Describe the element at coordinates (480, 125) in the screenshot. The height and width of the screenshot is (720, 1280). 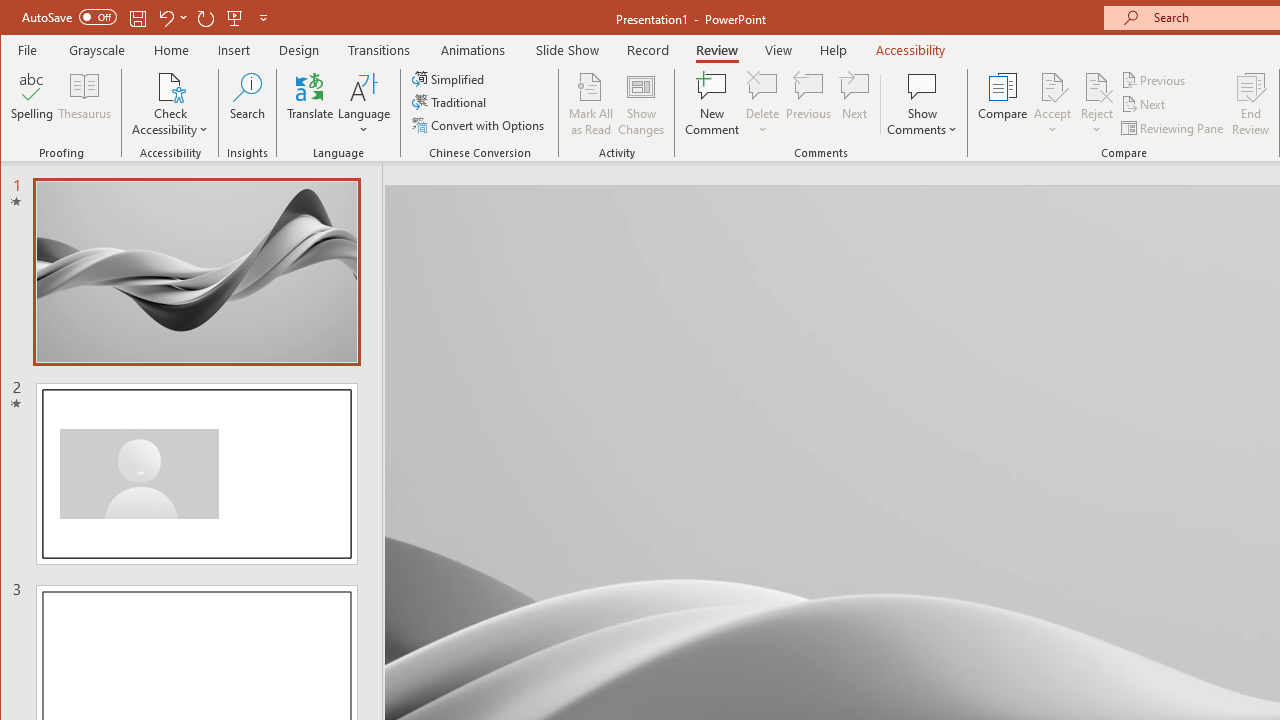
I see `'Convert with Options...'` at that location.